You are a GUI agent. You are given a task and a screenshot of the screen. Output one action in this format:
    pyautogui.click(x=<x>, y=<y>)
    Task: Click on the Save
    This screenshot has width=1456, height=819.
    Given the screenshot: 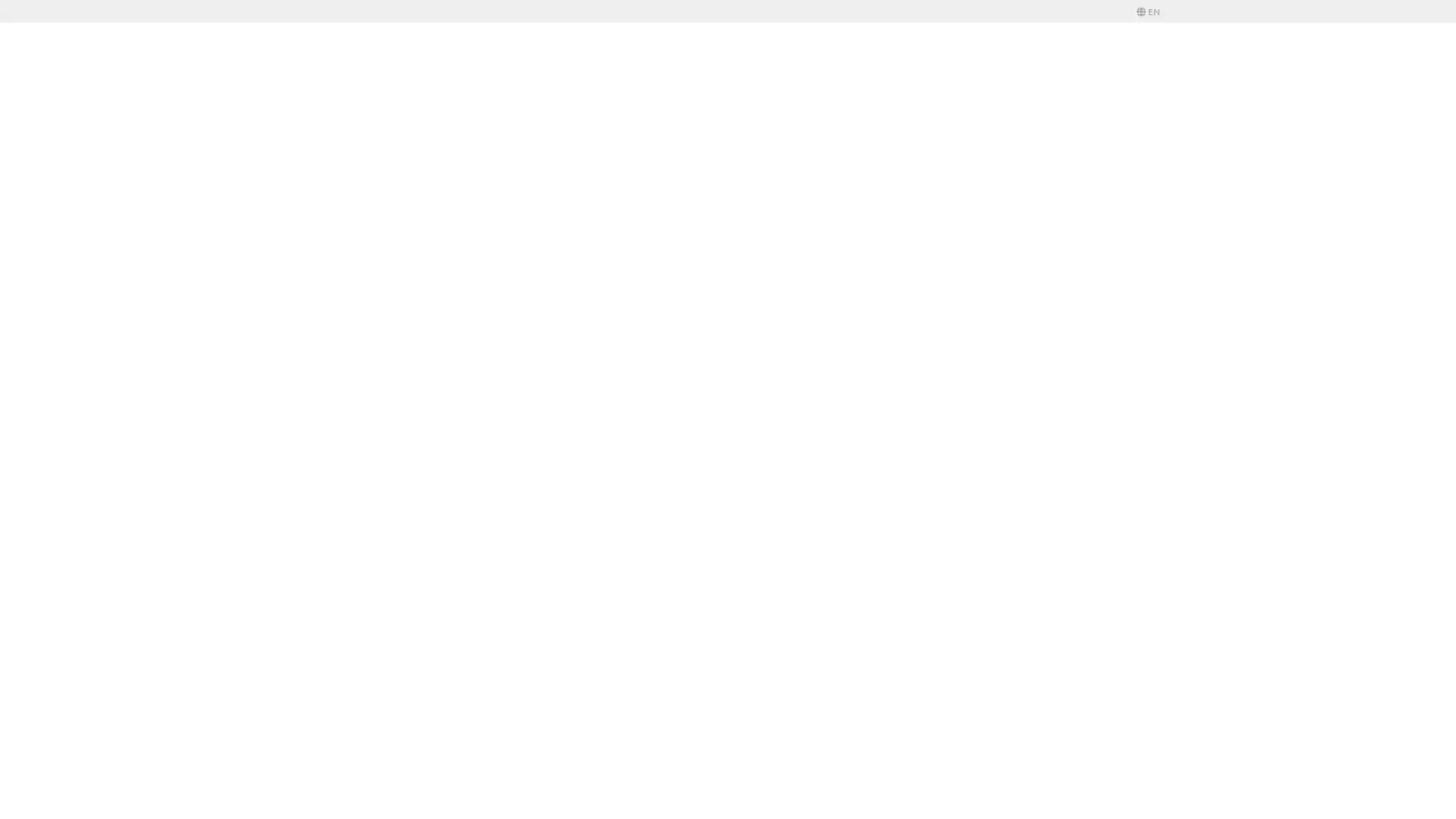 What is the action you would take?
    pyautogui.click(x=940, y=180)
    